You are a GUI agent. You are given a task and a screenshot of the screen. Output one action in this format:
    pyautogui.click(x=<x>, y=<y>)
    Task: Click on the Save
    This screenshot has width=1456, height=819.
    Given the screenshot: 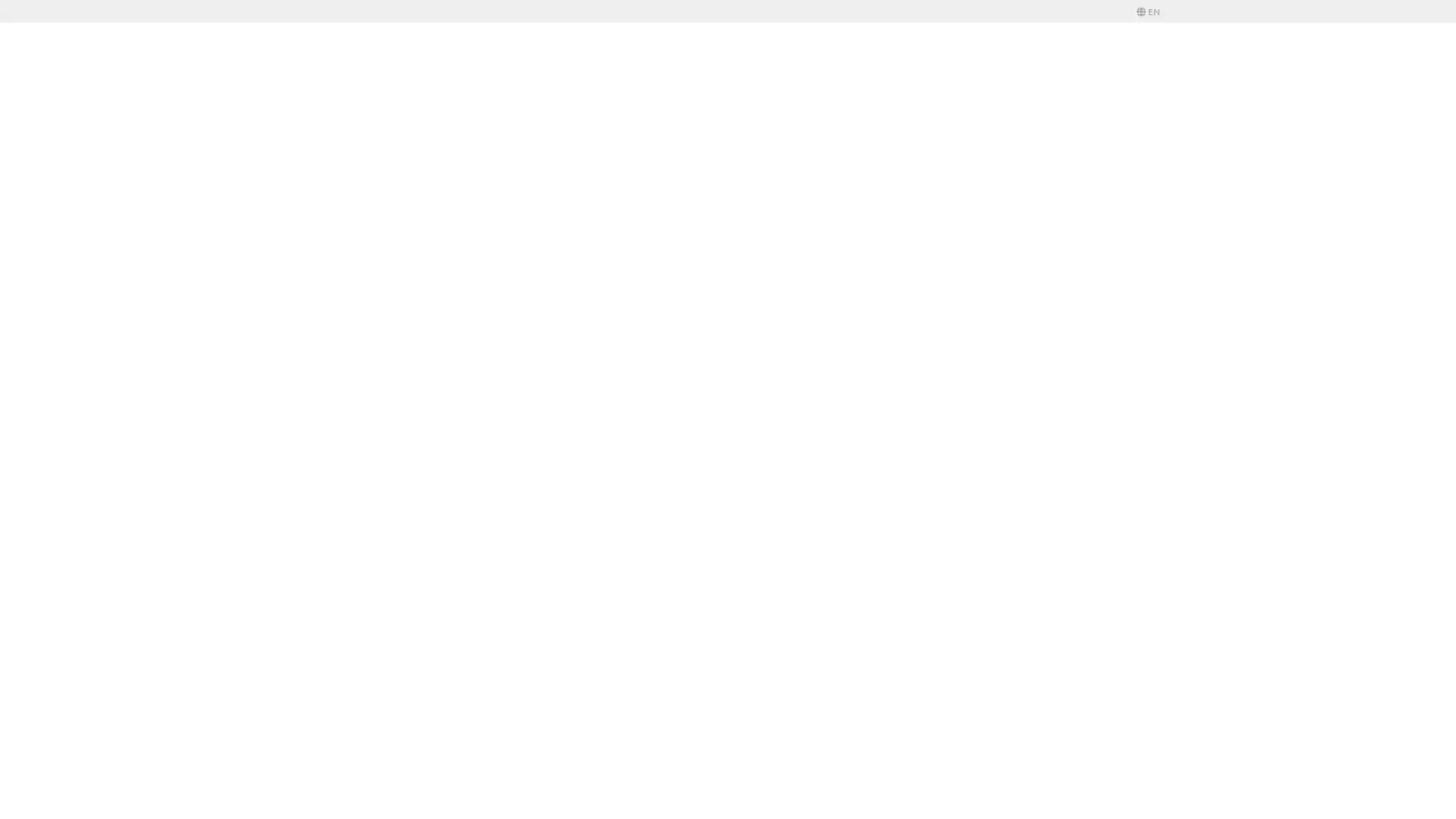 What is the action you would take?
    pyautogui.click(x=940, y=180)
    